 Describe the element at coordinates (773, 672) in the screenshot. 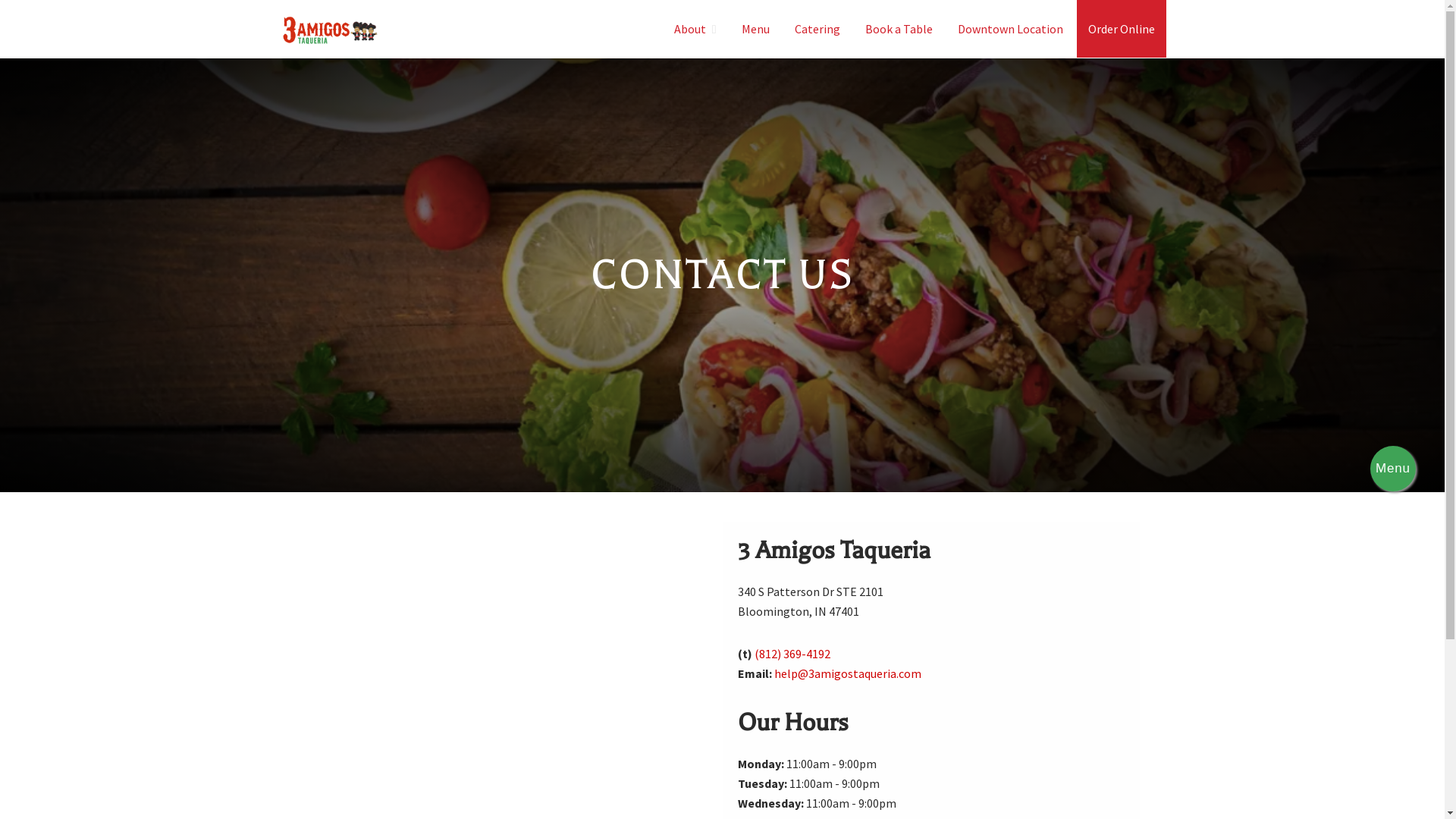

I see `'help@3amigostaqueria.com'` at that location.